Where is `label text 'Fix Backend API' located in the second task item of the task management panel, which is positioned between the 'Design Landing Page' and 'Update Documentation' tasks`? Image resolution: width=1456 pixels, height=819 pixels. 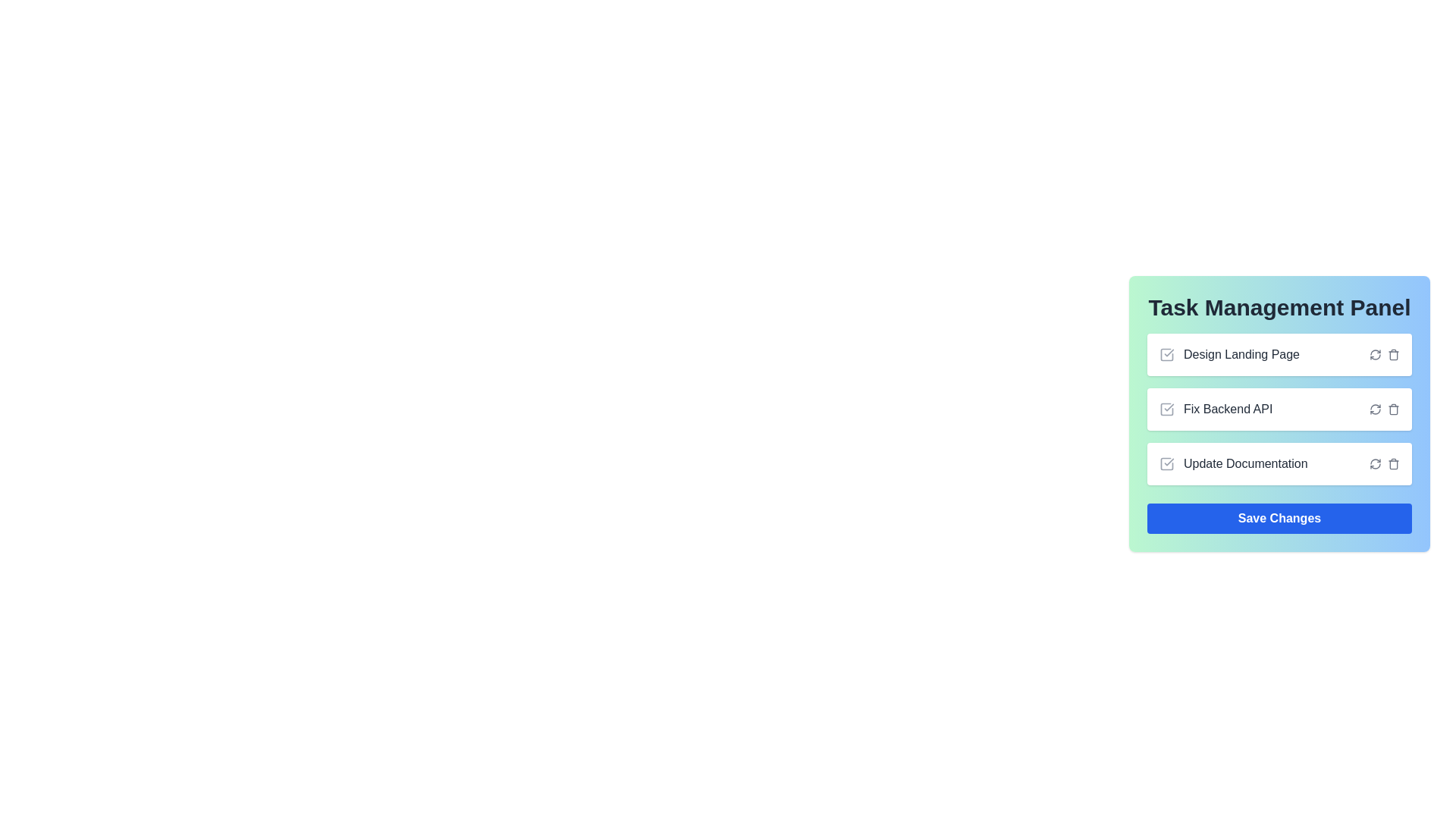
label text 'Fix Backend API' located in the second task item of the task management panel, which is positioned between the 'Design Landing Page' and 'Update Documentation' tasks is located at coordinates (1228, 409).